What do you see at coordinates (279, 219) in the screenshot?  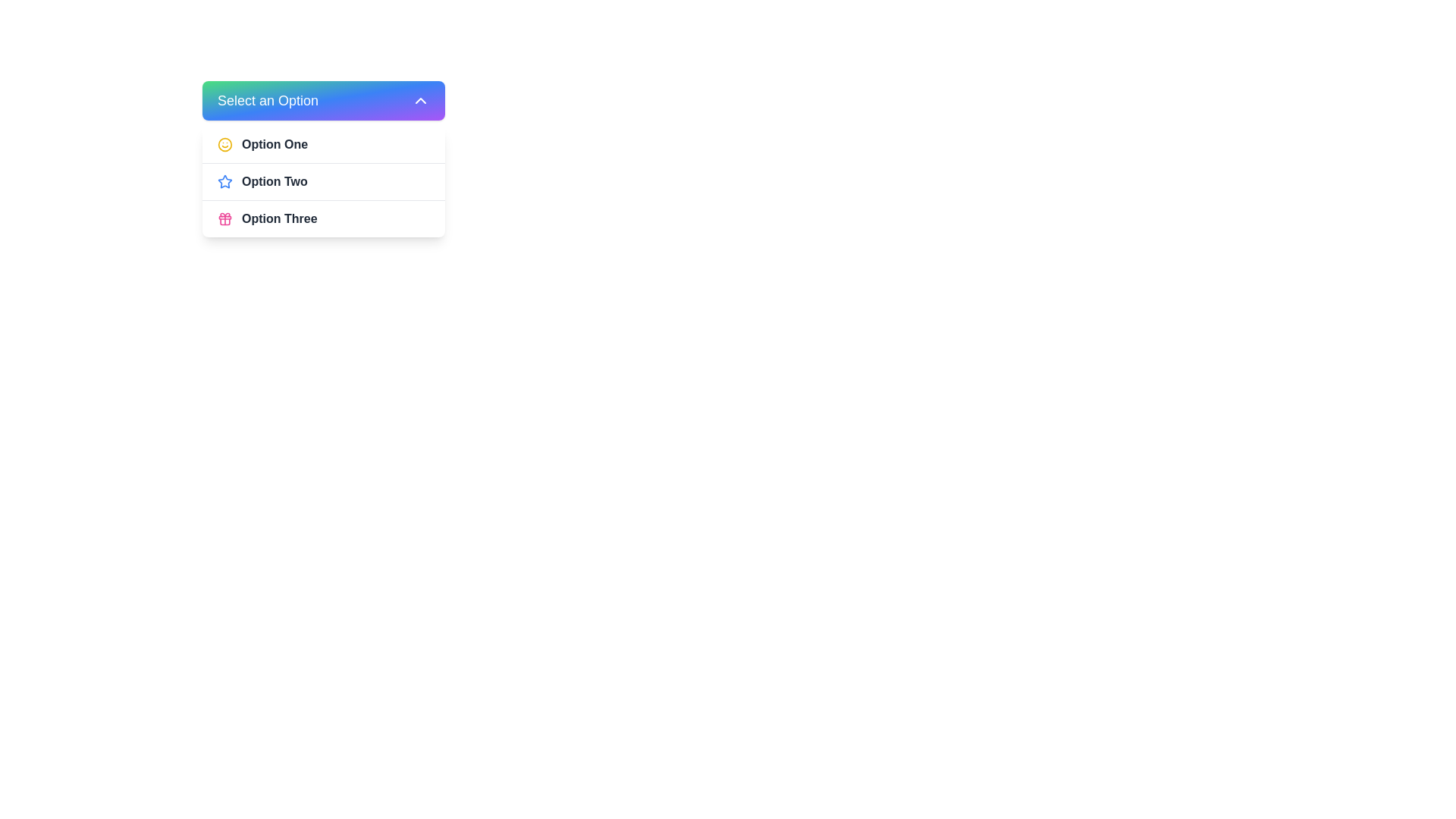 I see `the 'Option Three' text label in the dropdown menu, which is styled in bold dark gray and located at the bottom of the menu list` at bounding box center [279, 219].